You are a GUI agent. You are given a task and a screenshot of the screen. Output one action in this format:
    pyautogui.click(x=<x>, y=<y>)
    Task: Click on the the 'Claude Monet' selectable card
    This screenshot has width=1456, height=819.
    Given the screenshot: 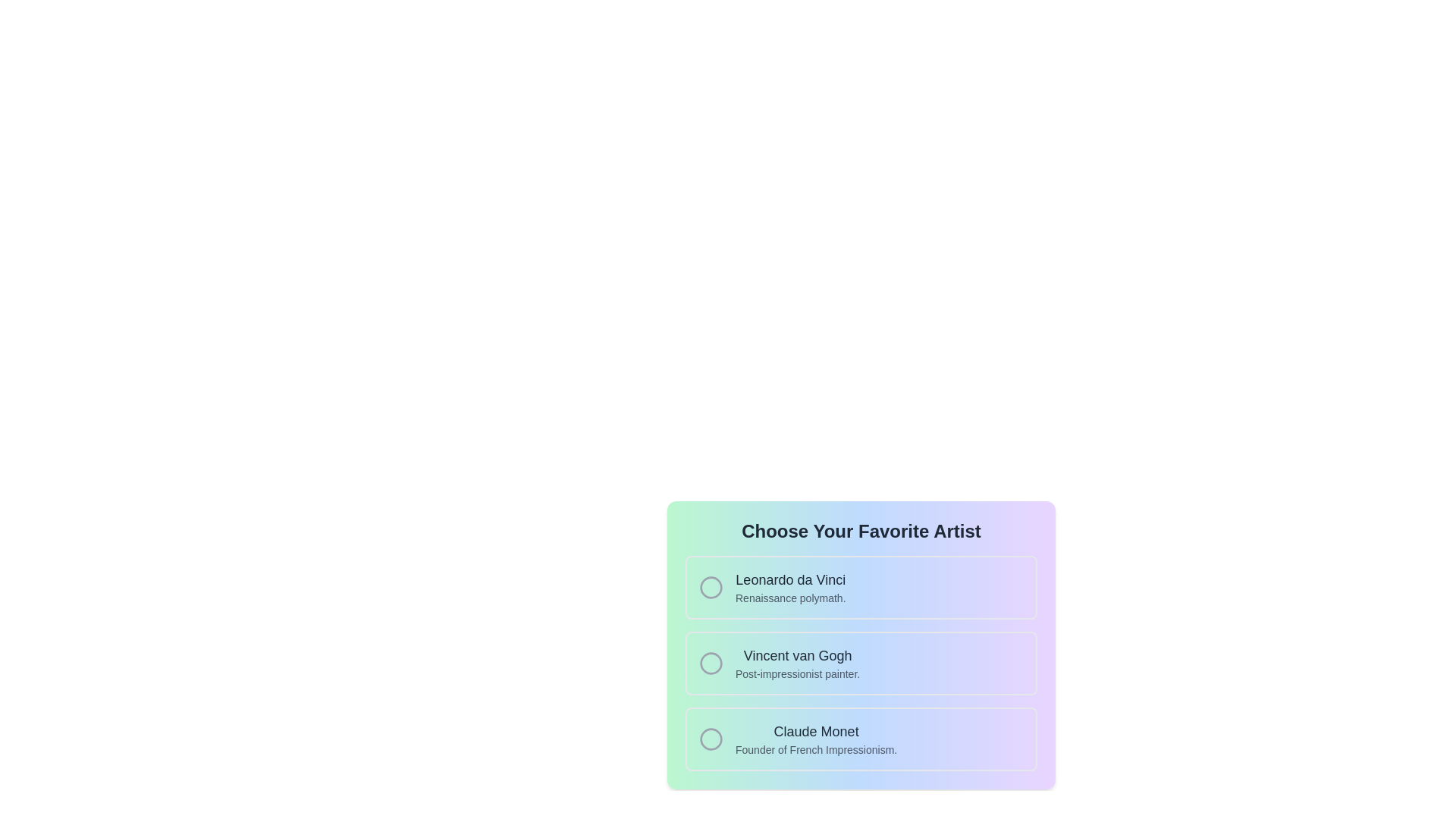 What is the action you would take?
    pyautogui.click(x=861, y=739)
    